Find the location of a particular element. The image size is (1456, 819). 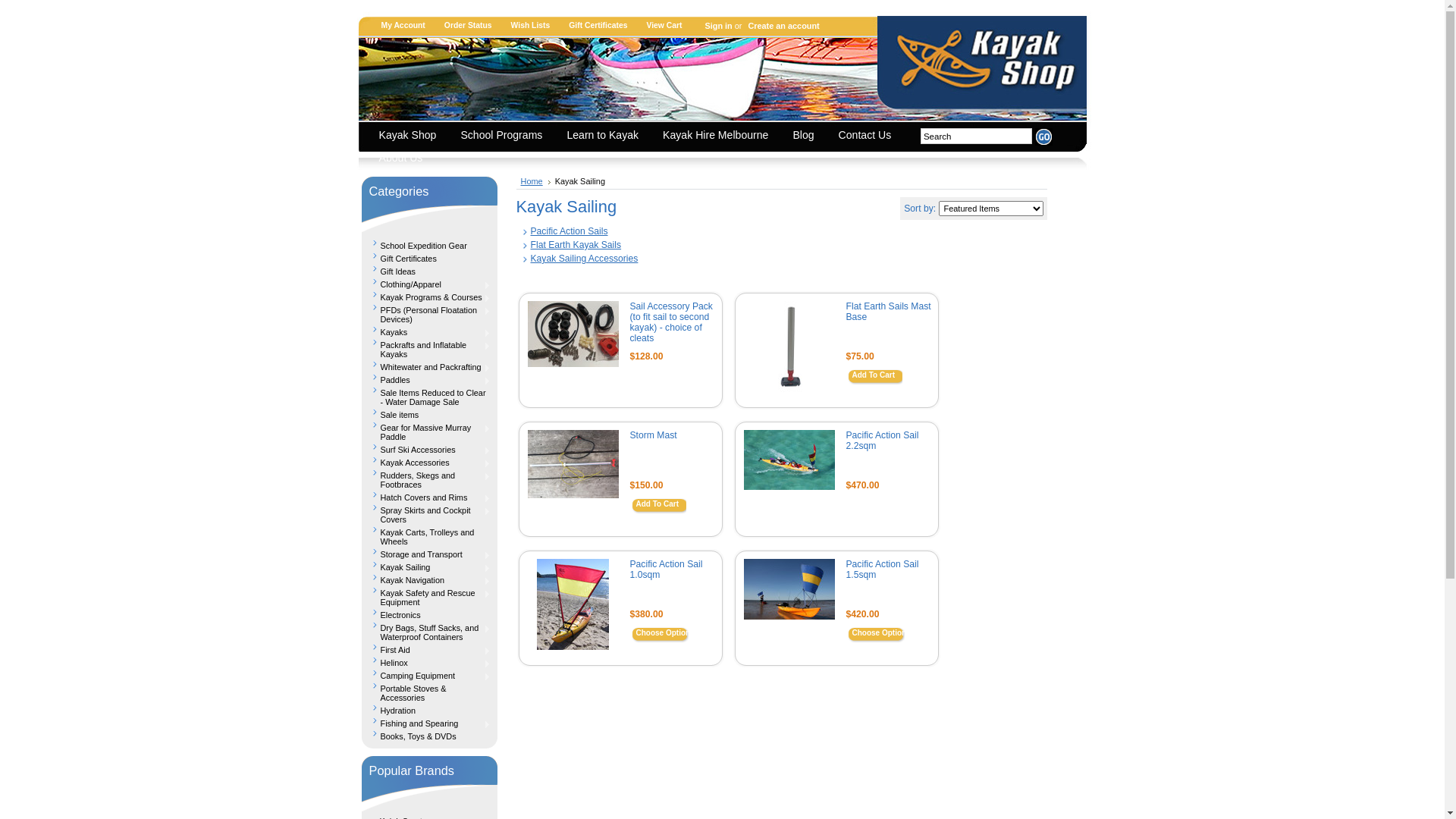

'Kayak Hire Melbourne' is located at coordinates (718, 136).